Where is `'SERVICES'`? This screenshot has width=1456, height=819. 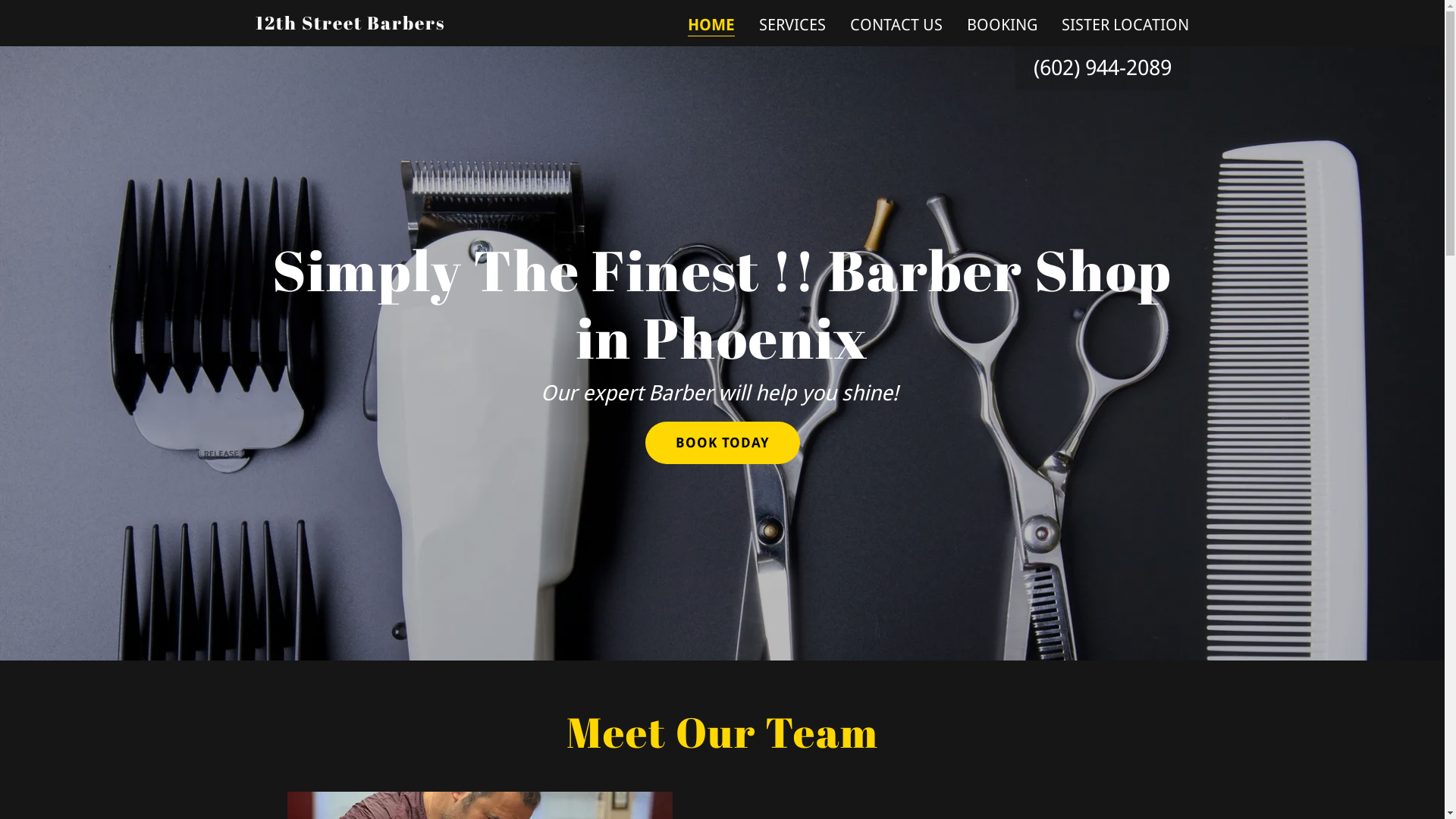 'SERVICES' is located at coordinates (792, 25).